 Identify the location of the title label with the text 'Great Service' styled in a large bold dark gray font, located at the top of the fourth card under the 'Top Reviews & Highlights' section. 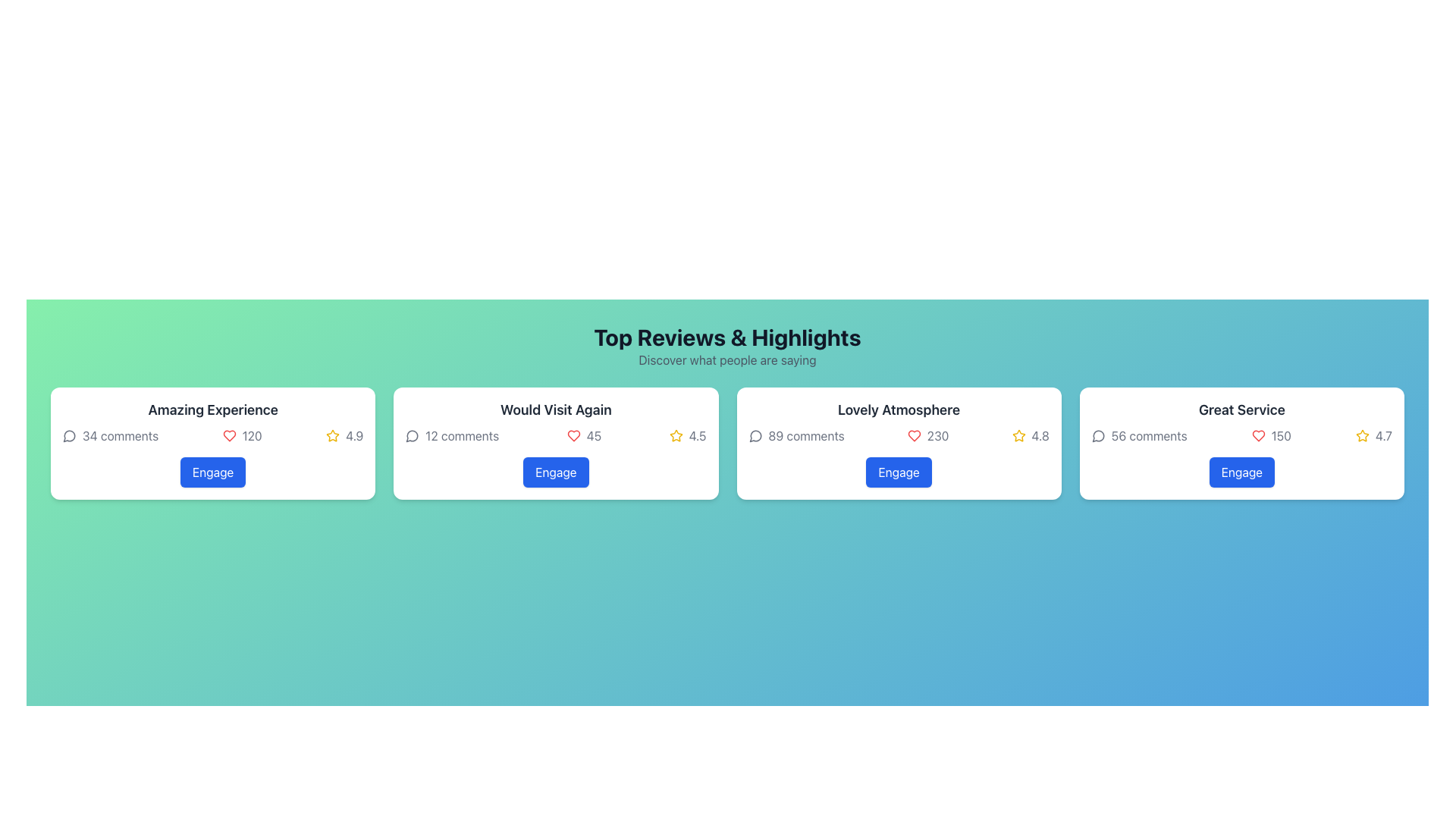
(1241, 409).